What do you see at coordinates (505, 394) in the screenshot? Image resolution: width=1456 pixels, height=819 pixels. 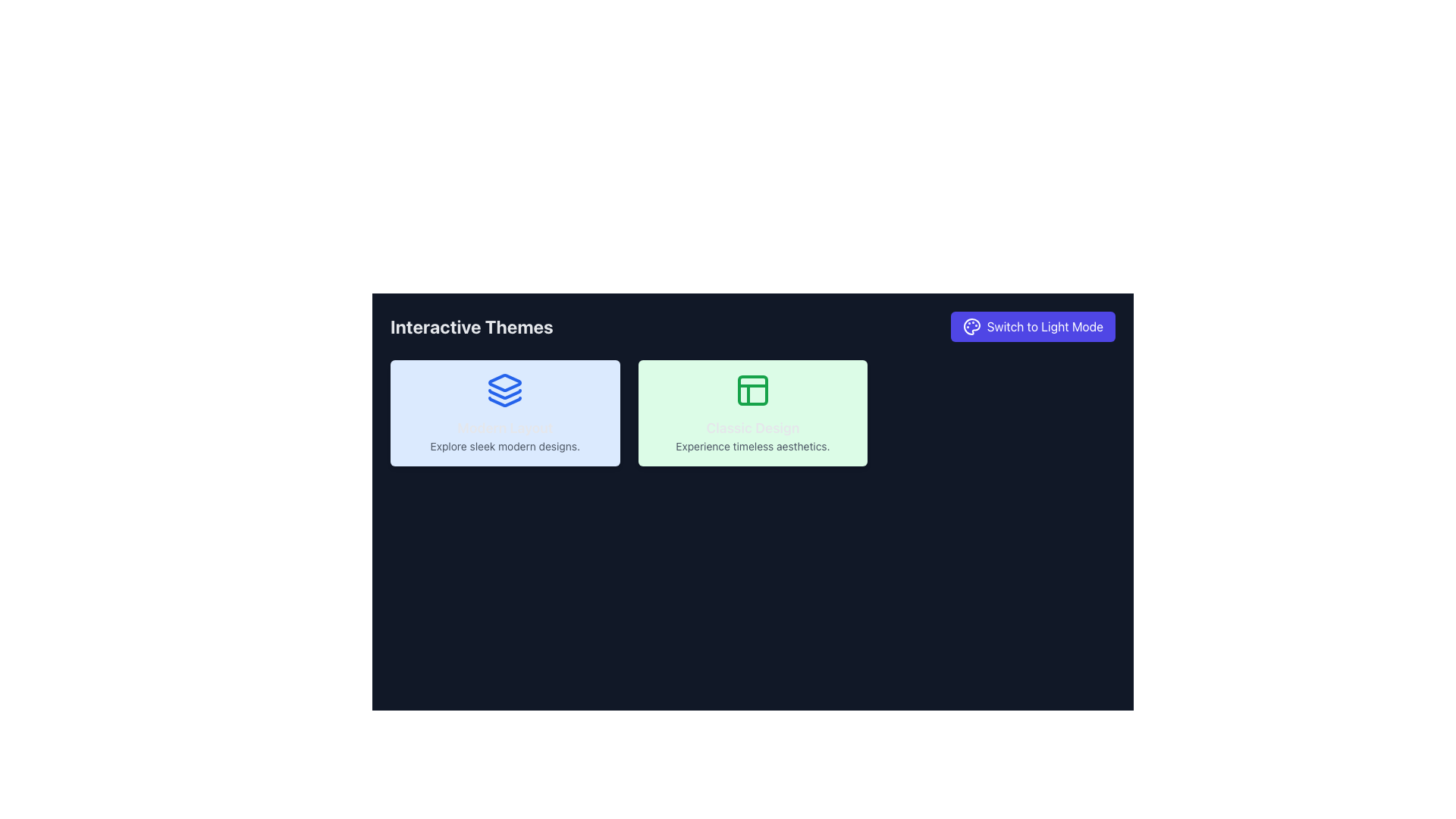 I see `the middle segment of the stack-like illustration with a blue outline in the 'Modern Layout' card under 'Interactive Themes'` at bounding box center [505, 394].